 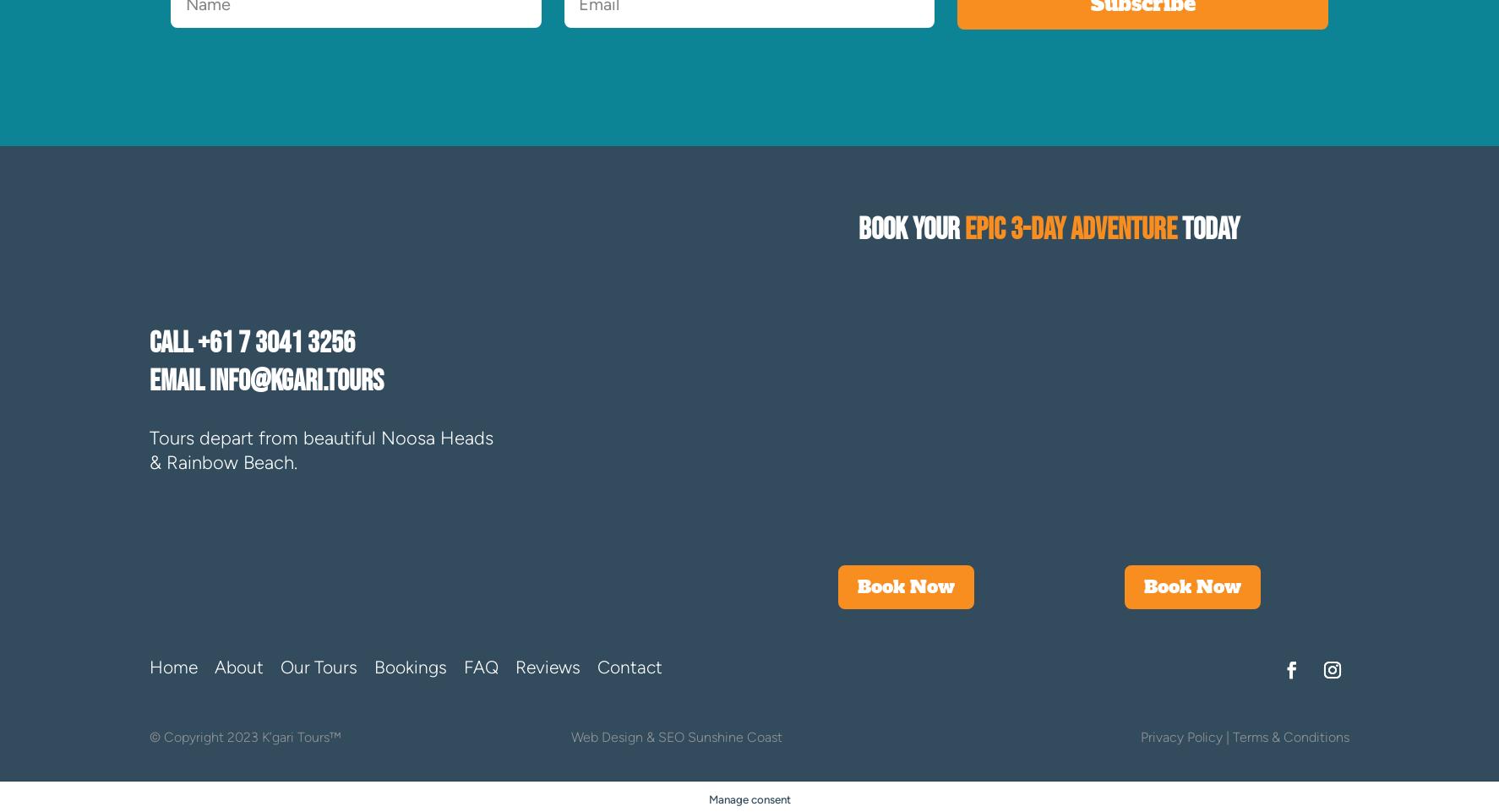 I want to click on '© Copyright 2023 K’gari Tours™', so click(x=245, y=736).